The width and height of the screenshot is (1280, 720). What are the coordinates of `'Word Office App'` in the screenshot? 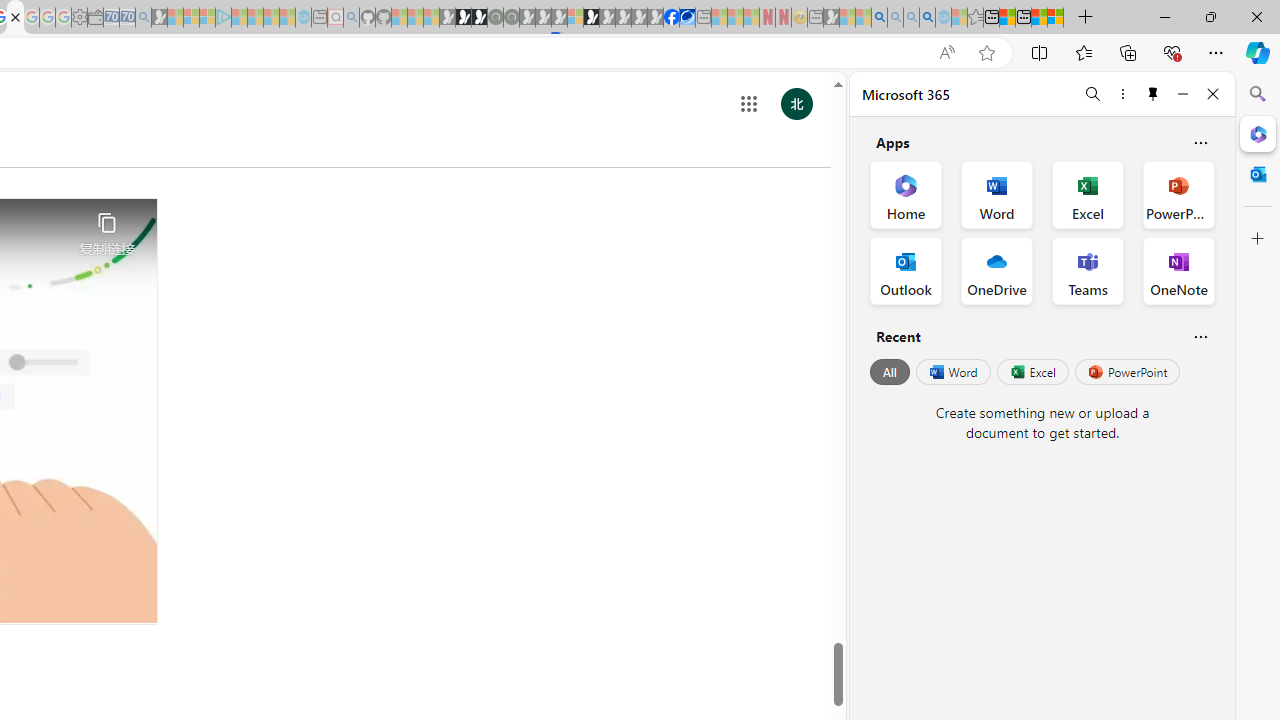 It's located at (997, 195).